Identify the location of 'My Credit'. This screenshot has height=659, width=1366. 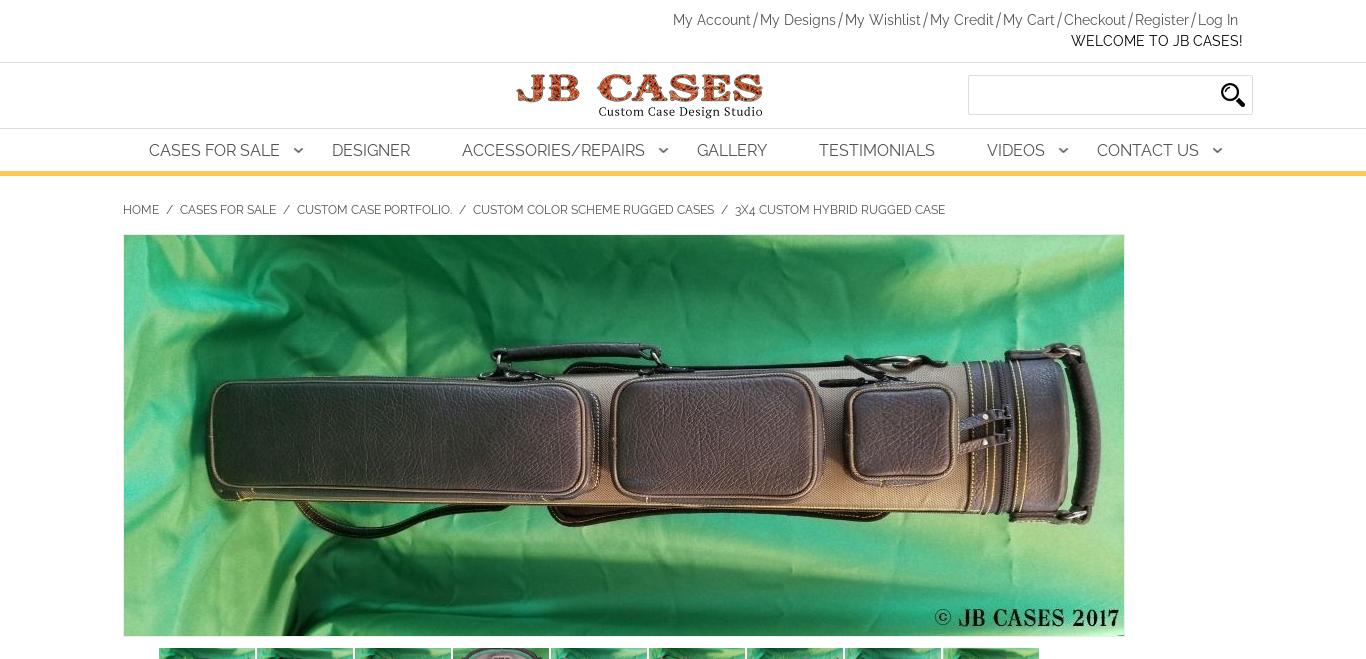
(961, 19).